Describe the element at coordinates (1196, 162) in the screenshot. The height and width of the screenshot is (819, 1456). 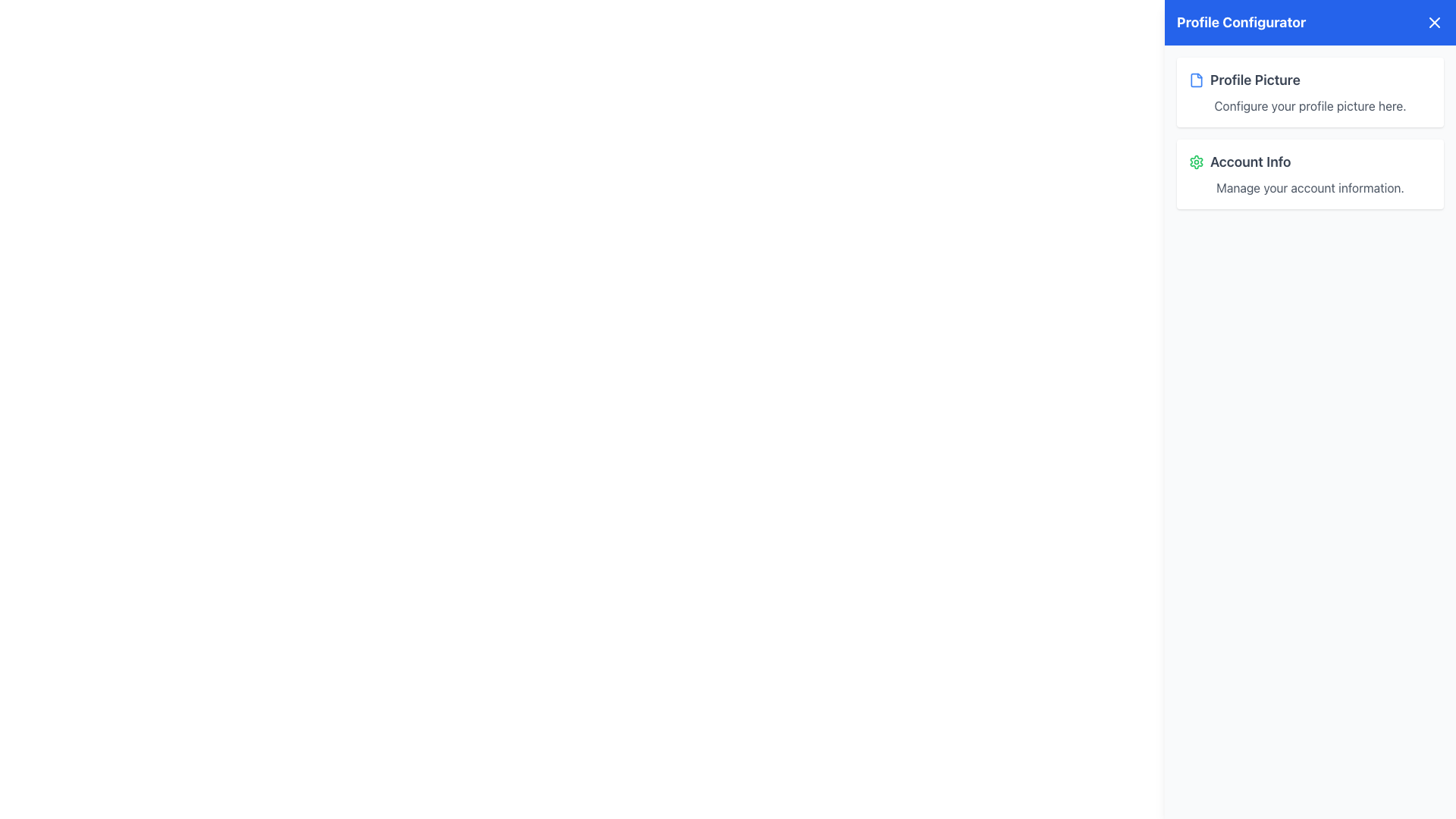
I see `settings icon located at the start of the row containing the 'Account Info' text, positioned in the middle of the second card` at that location.